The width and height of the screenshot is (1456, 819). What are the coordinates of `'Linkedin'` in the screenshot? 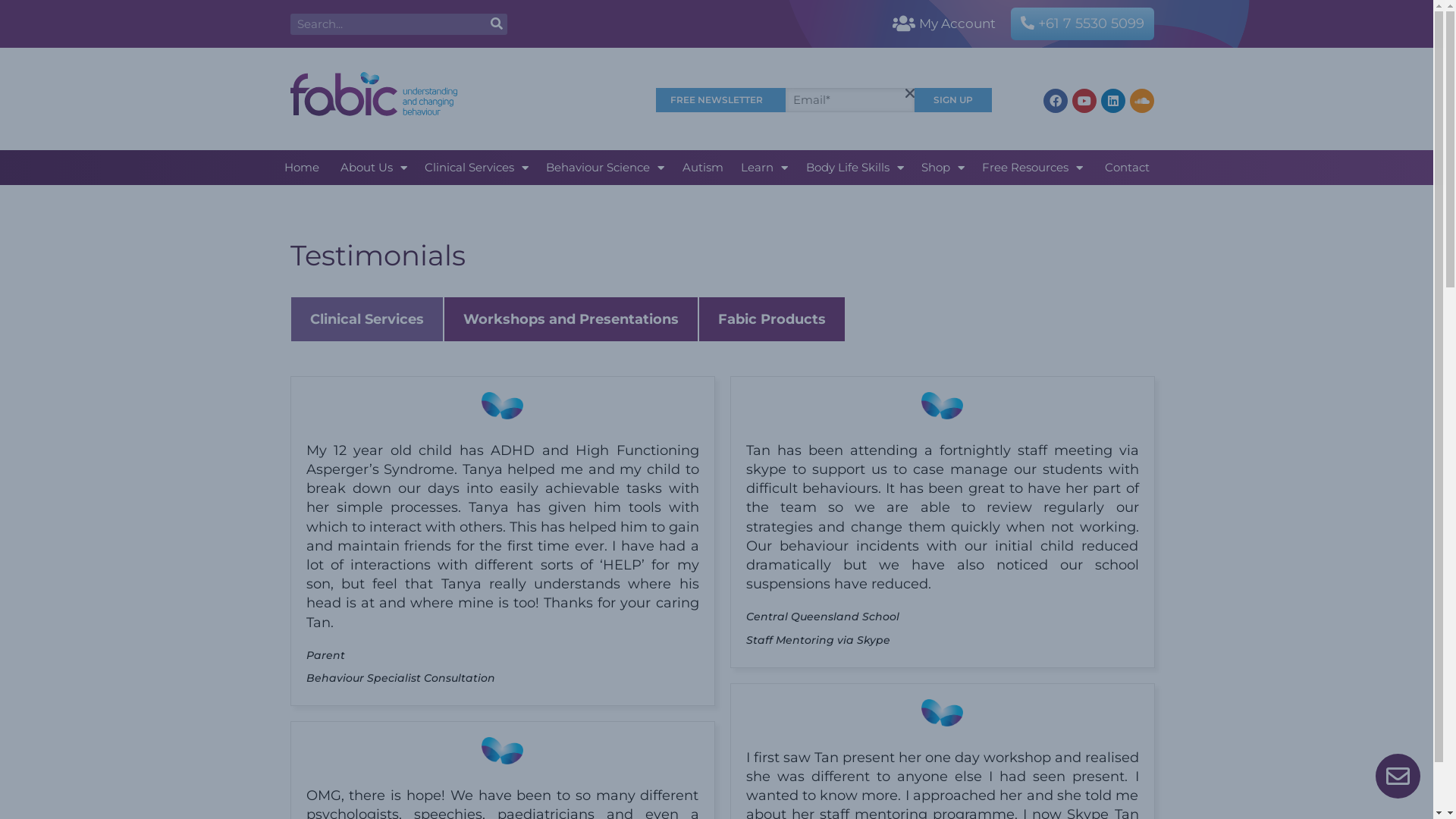 It's located at (1113, 100).